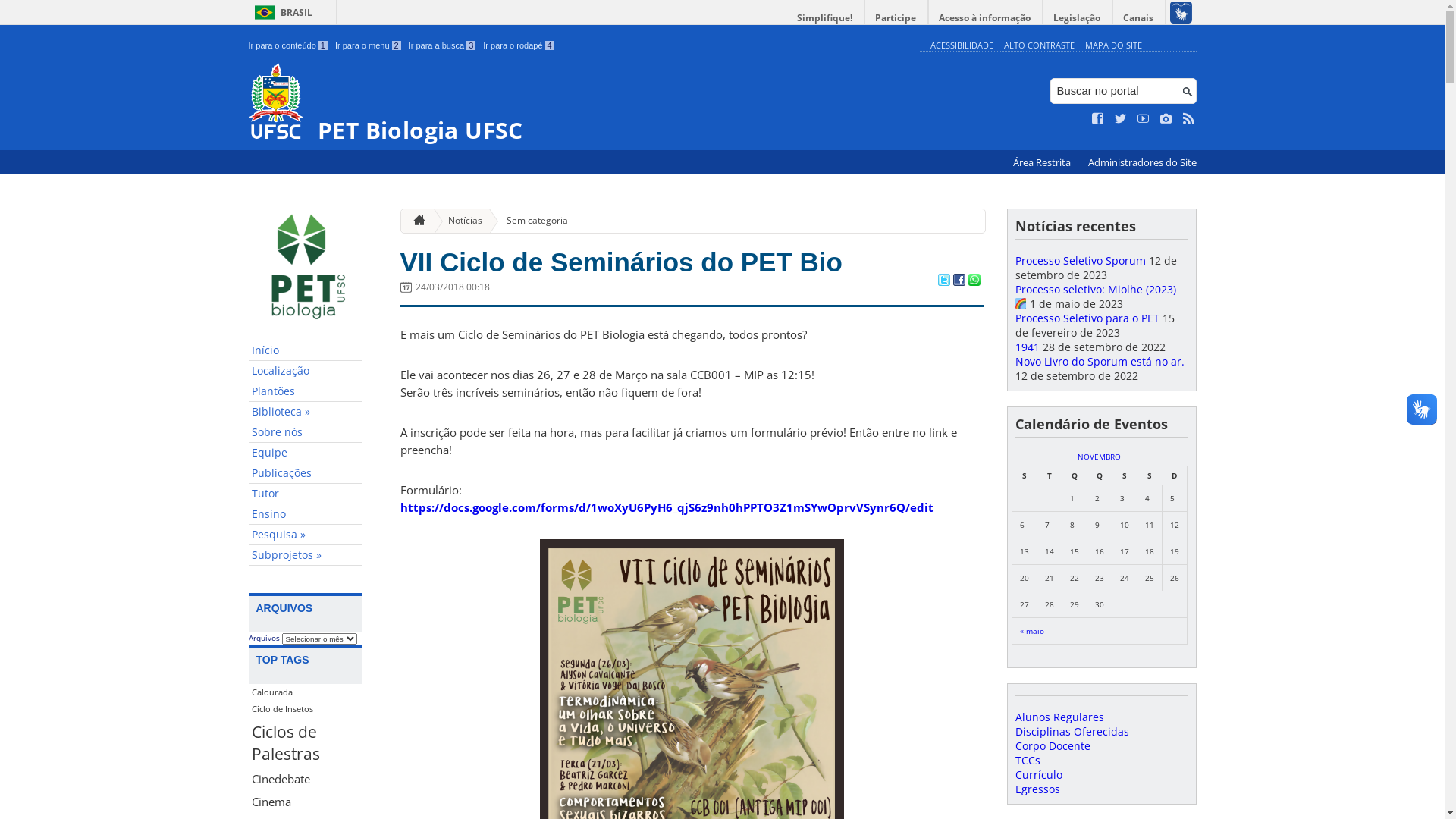 The height and width of the screenshot is (819, 1456). I want to click on 'Egressos', so click(1036, 788).